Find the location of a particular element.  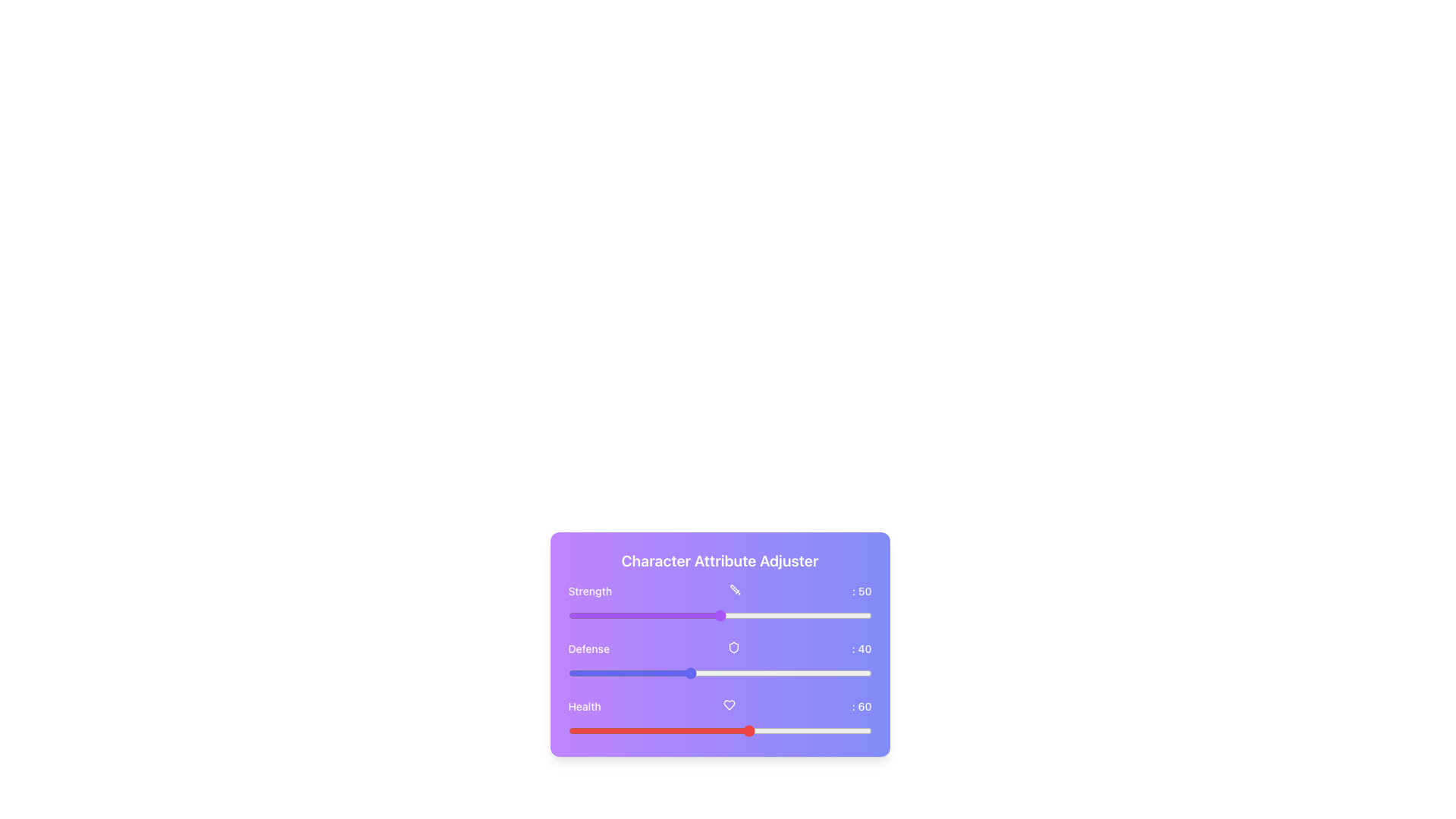

the Strength value is located at coordinates (765, 616).